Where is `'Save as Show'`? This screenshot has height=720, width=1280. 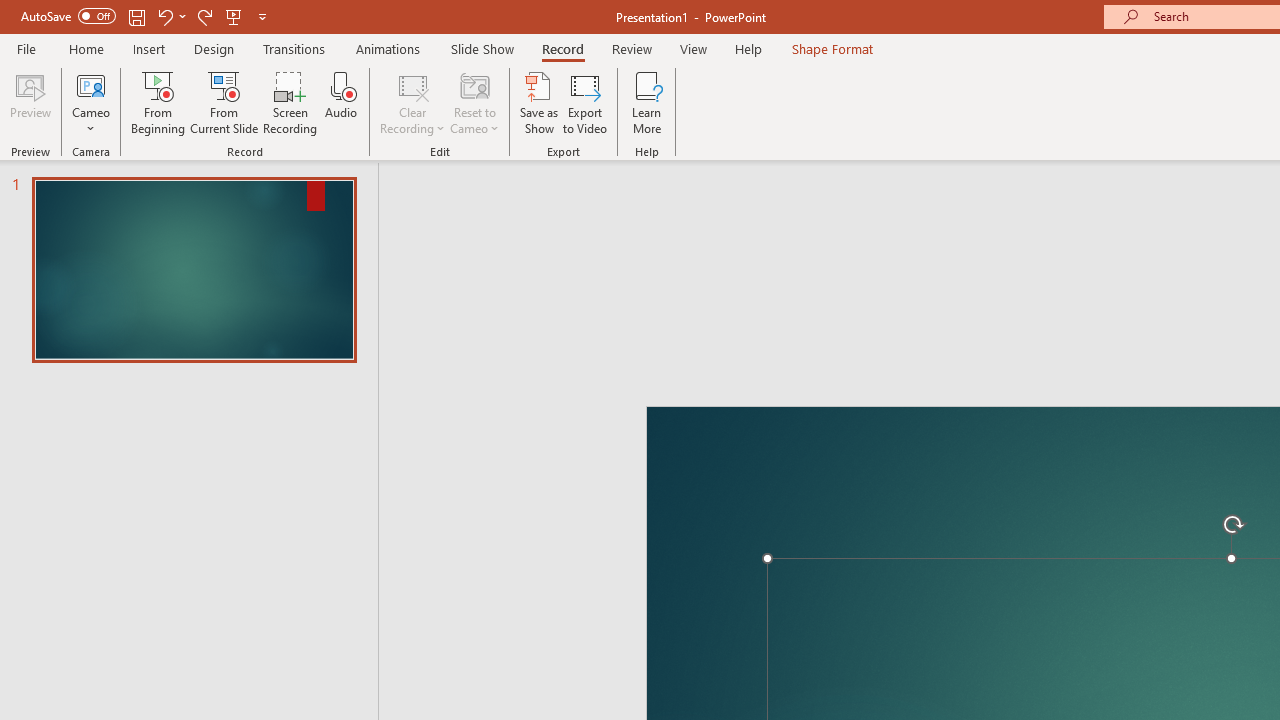 'Save as Show' is located at coordinates (539, 103).